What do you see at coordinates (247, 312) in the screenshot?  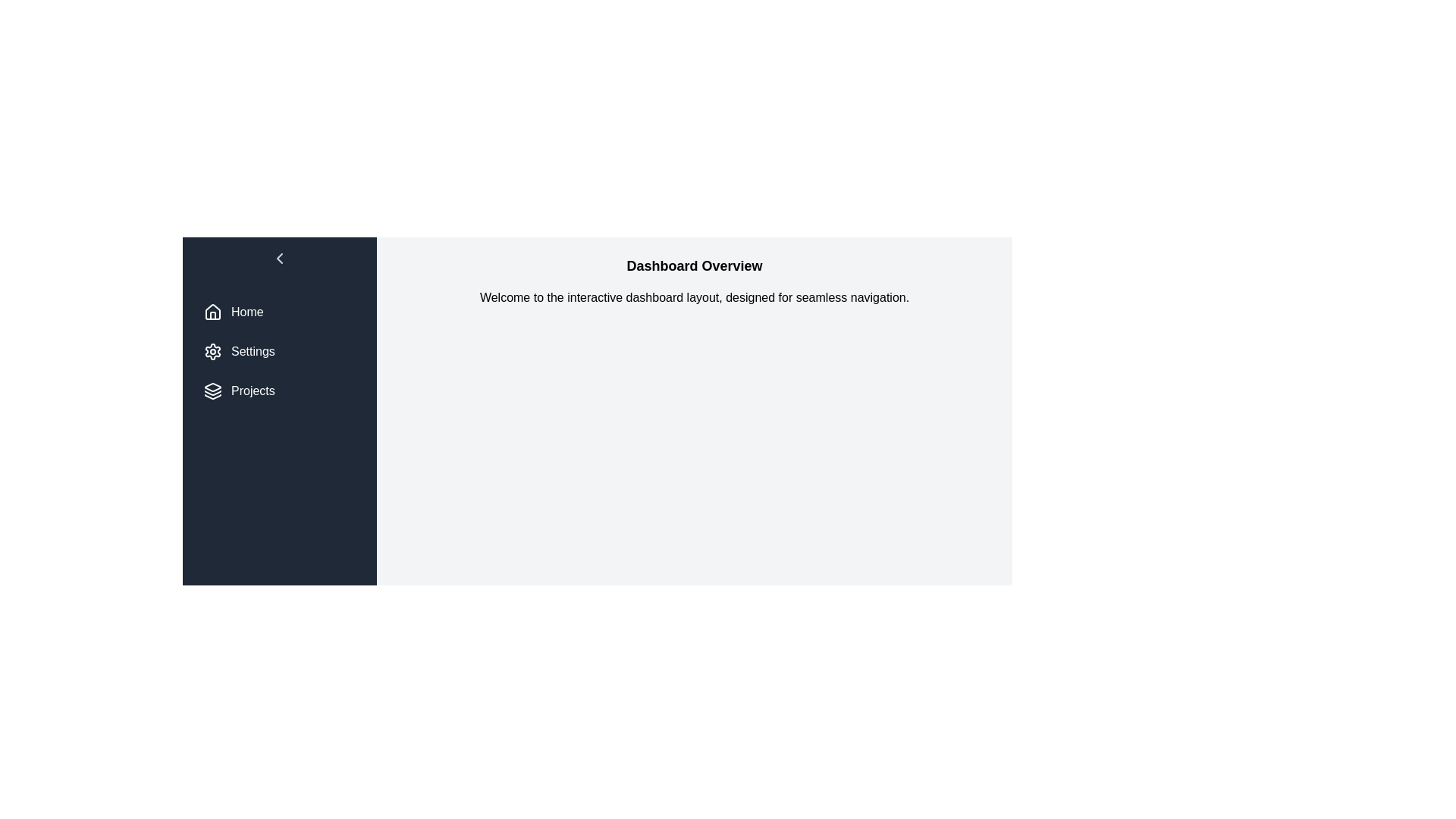 I see `text of the 'Home' label located in the first navigation button of the vertical navigation sidebar on the left` at bounding box center [247, 312].